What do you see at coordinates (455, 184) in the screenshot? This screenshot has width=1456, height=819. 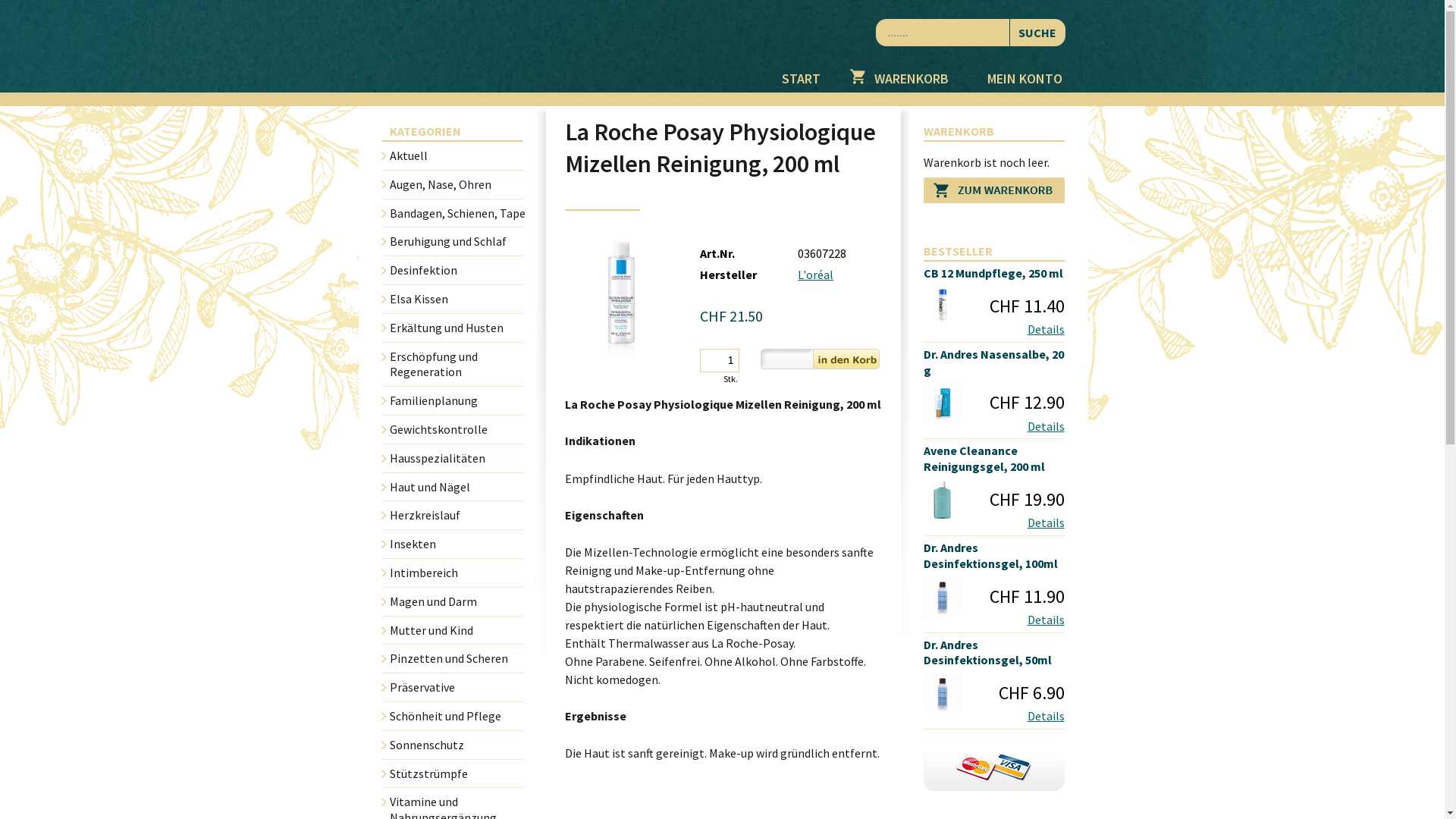 I see `'Augen, Nase, Ohren'` at bounding box center [455, 184].